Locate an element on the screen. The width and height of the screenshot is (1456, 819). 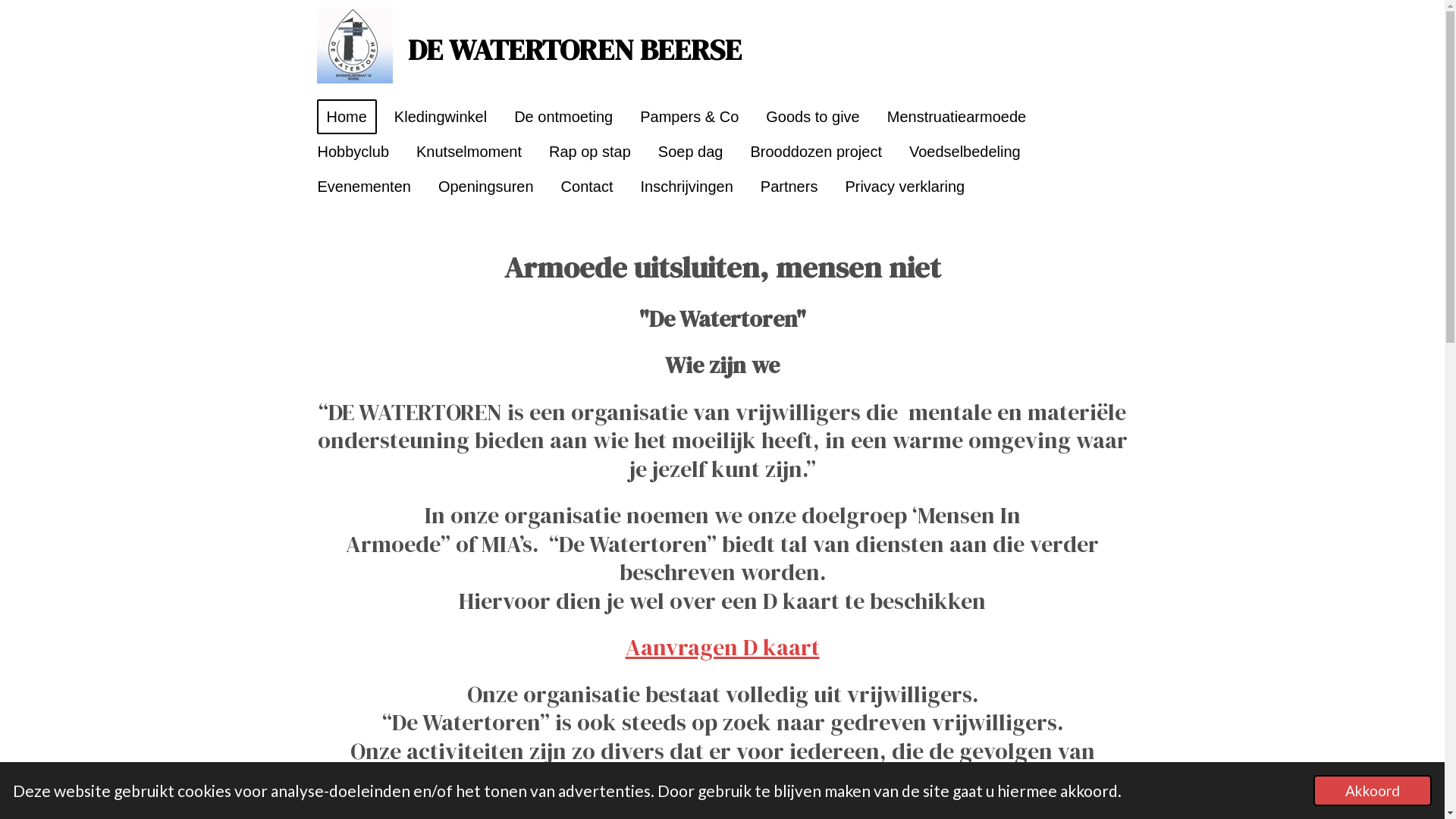
'Rap op stap' is located at coordinates (538, 152).